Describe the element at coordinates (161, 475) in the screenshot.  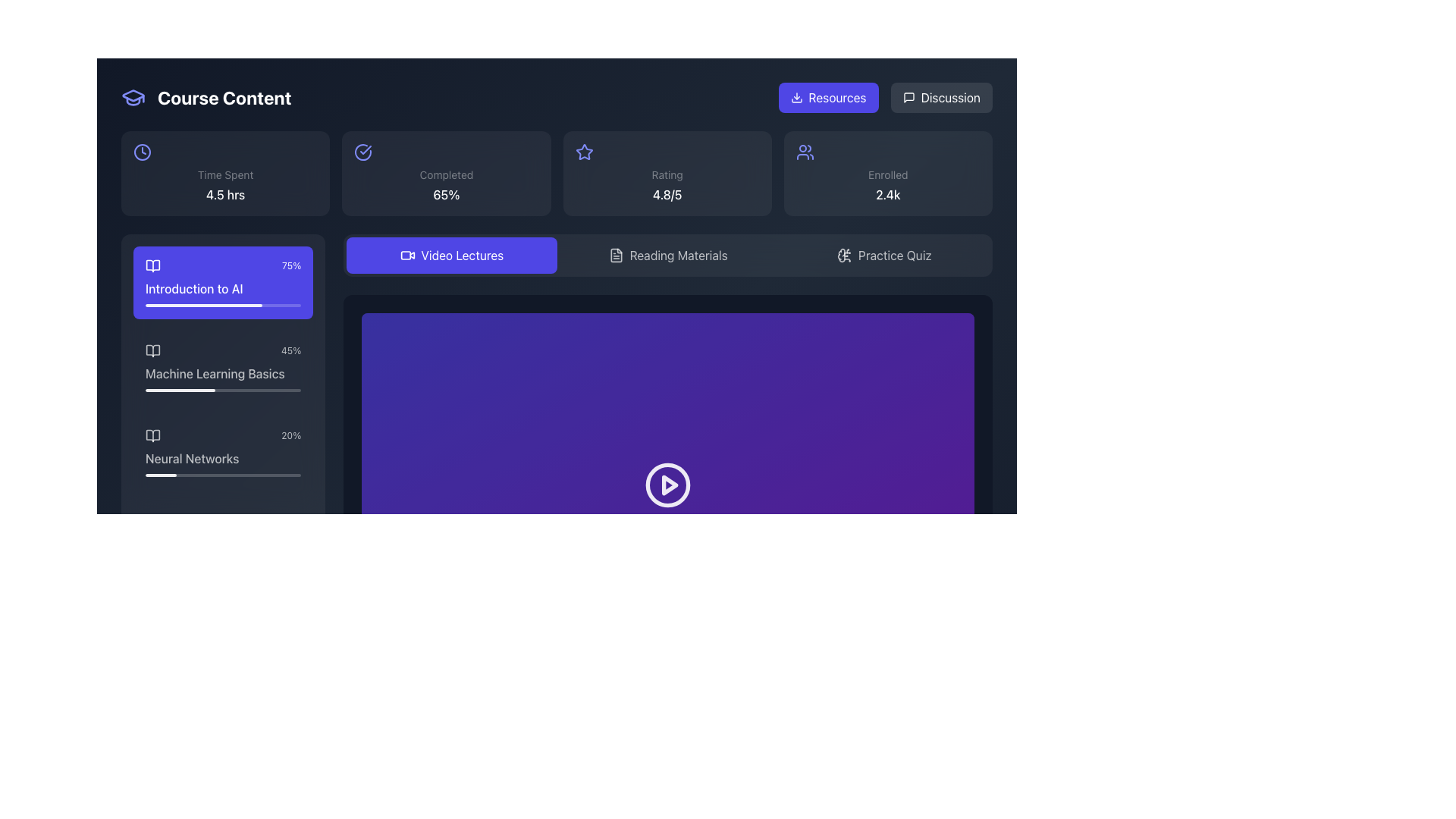
I see `the filled segment of the progress indicator that visually represents 20% completion related to the 'Neural Networks' item` at that location.